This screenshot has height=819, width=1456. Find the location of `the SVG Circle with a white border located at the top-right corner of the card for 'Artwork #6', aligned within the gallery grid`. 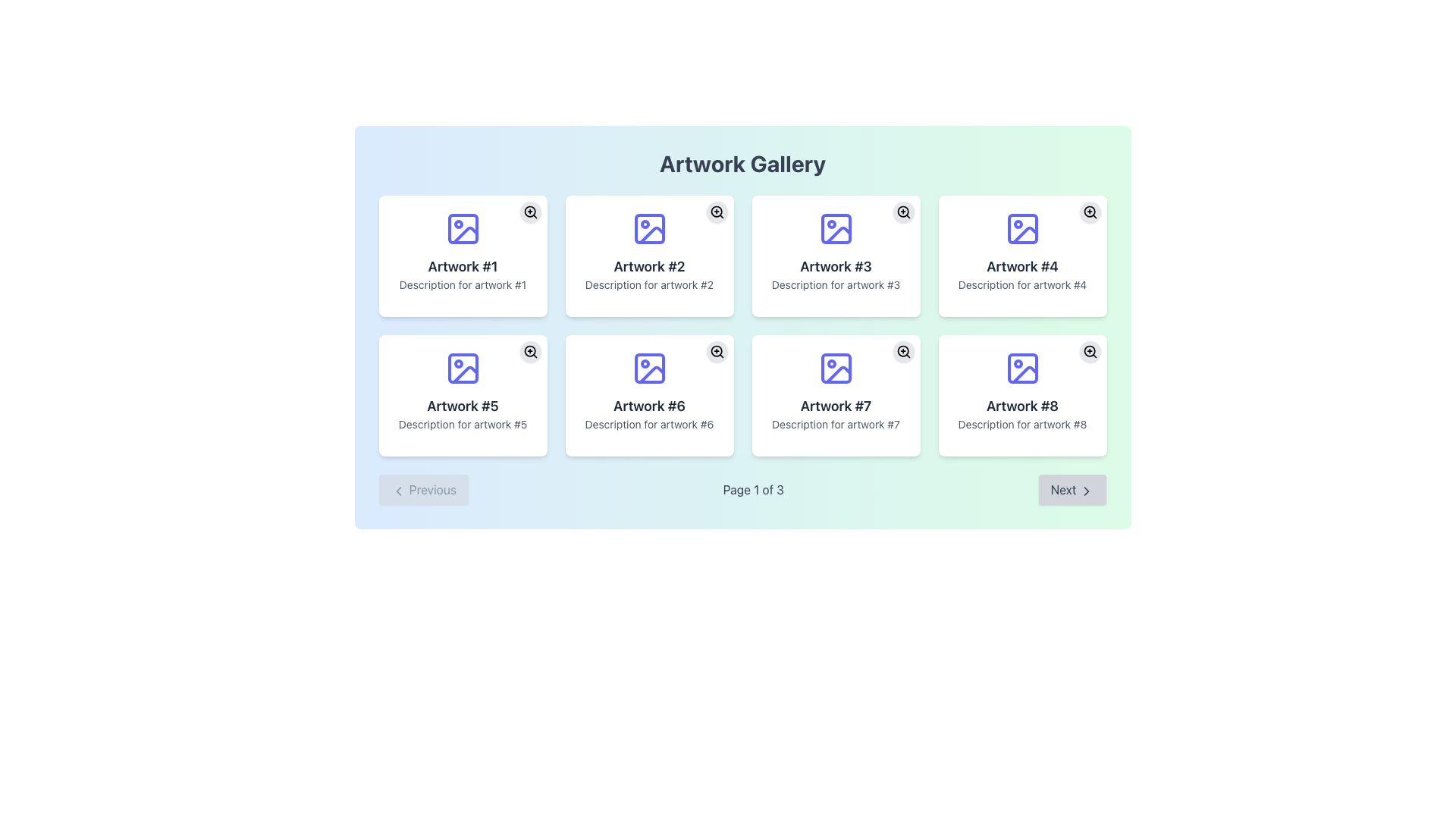

the SVG Circle with a white border located at the top-right corner of the card for 'Artwork #6', aligned within the gallery grid is located at coordinates (715, 351).